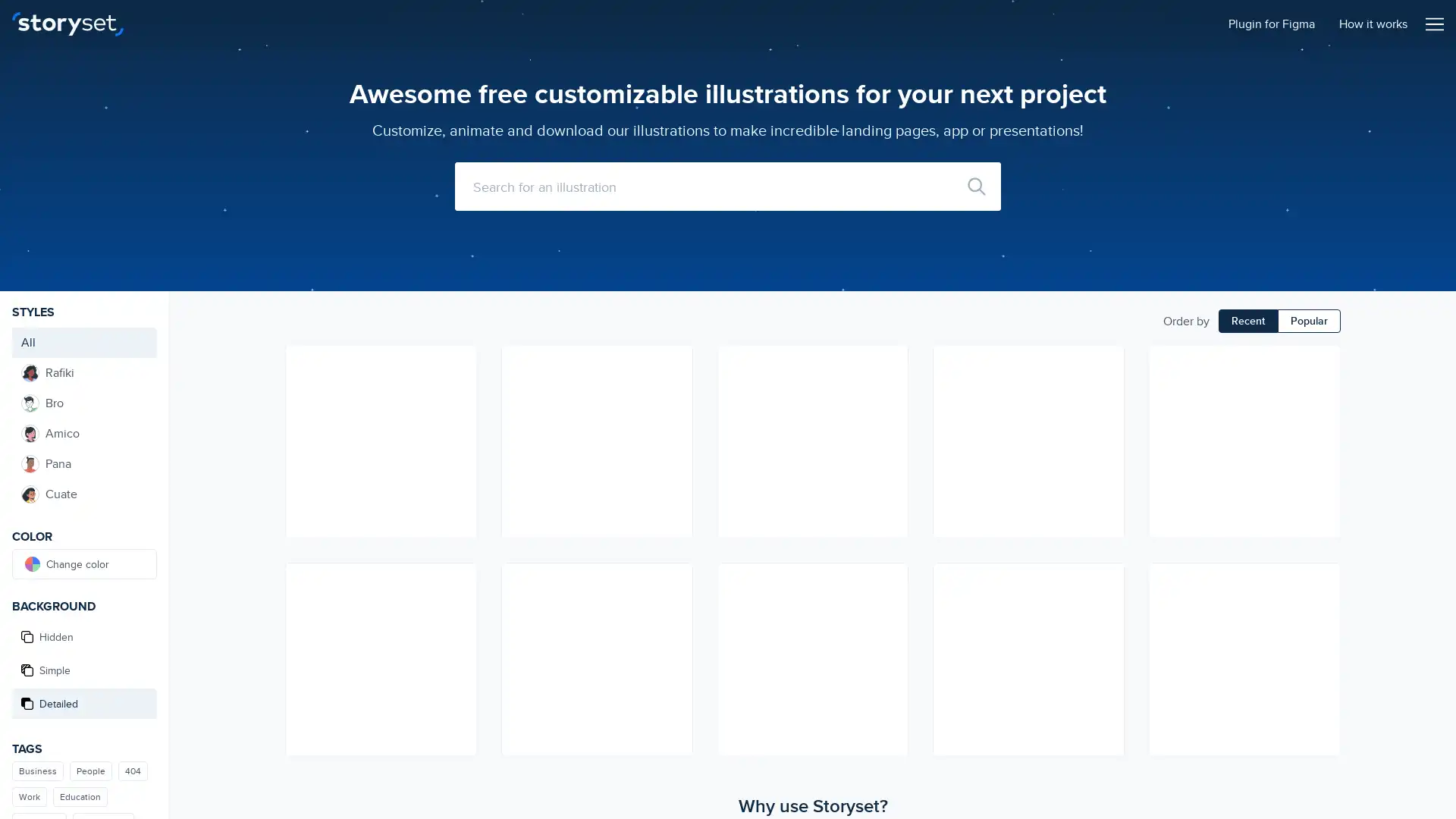  What do you see at coordinates (457, 363) in the screenshot?
I see `wand icon Animate` at bounding box center [457, 363].